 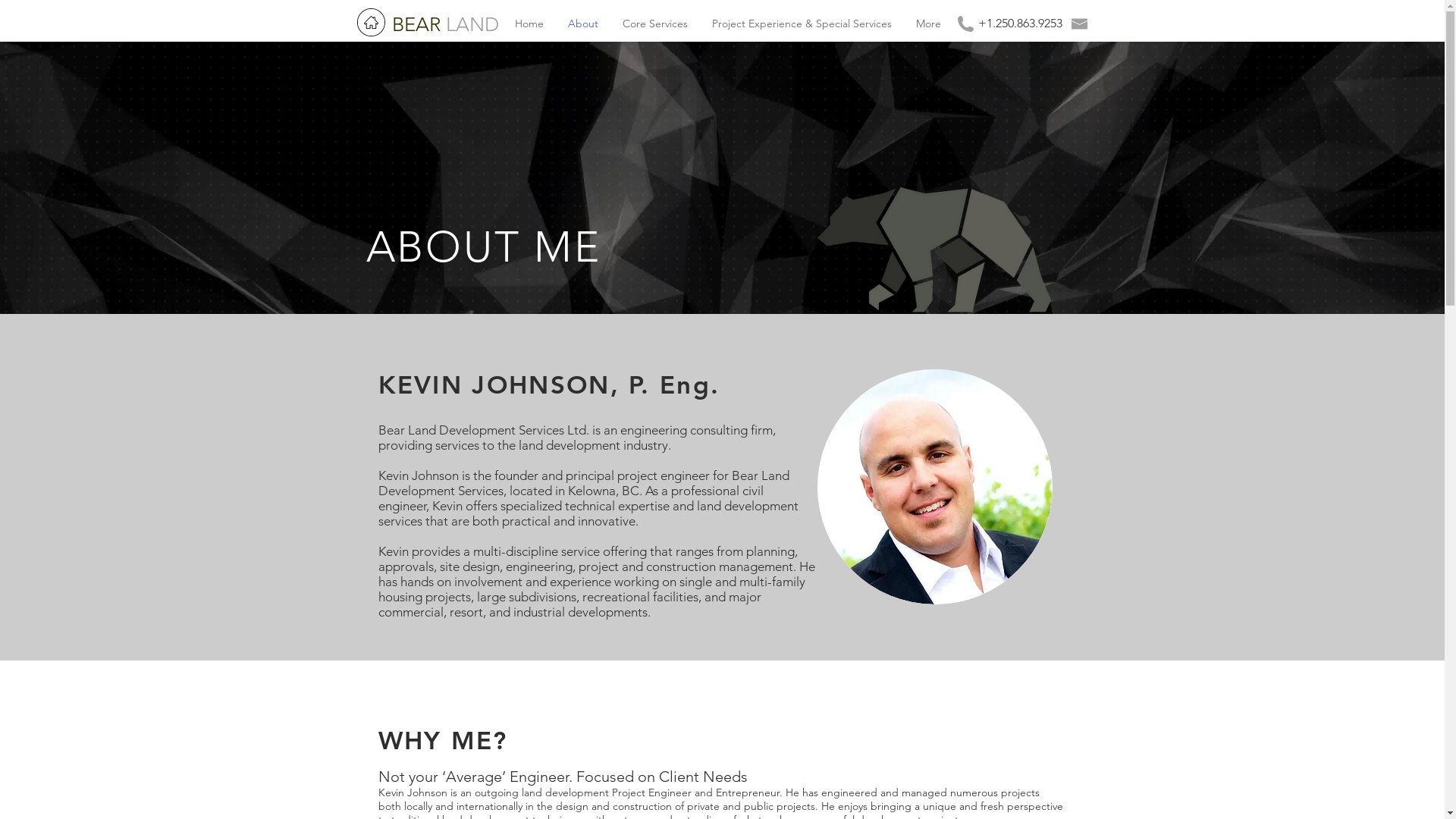 I want to click on 'Home', so click(x=528, y=24).